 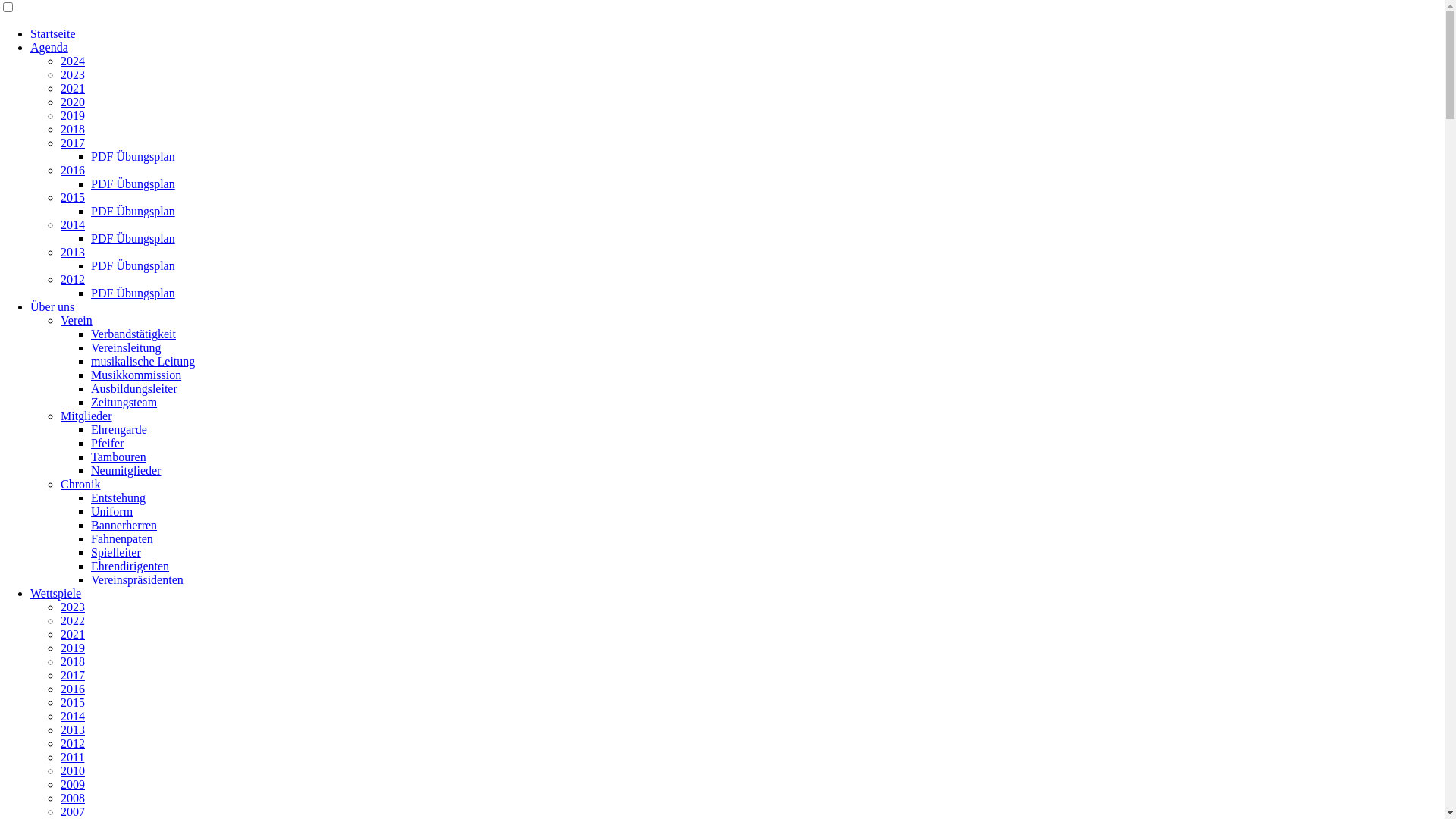 I want to click on 'Mitglieder', so click(x=61, y=416).